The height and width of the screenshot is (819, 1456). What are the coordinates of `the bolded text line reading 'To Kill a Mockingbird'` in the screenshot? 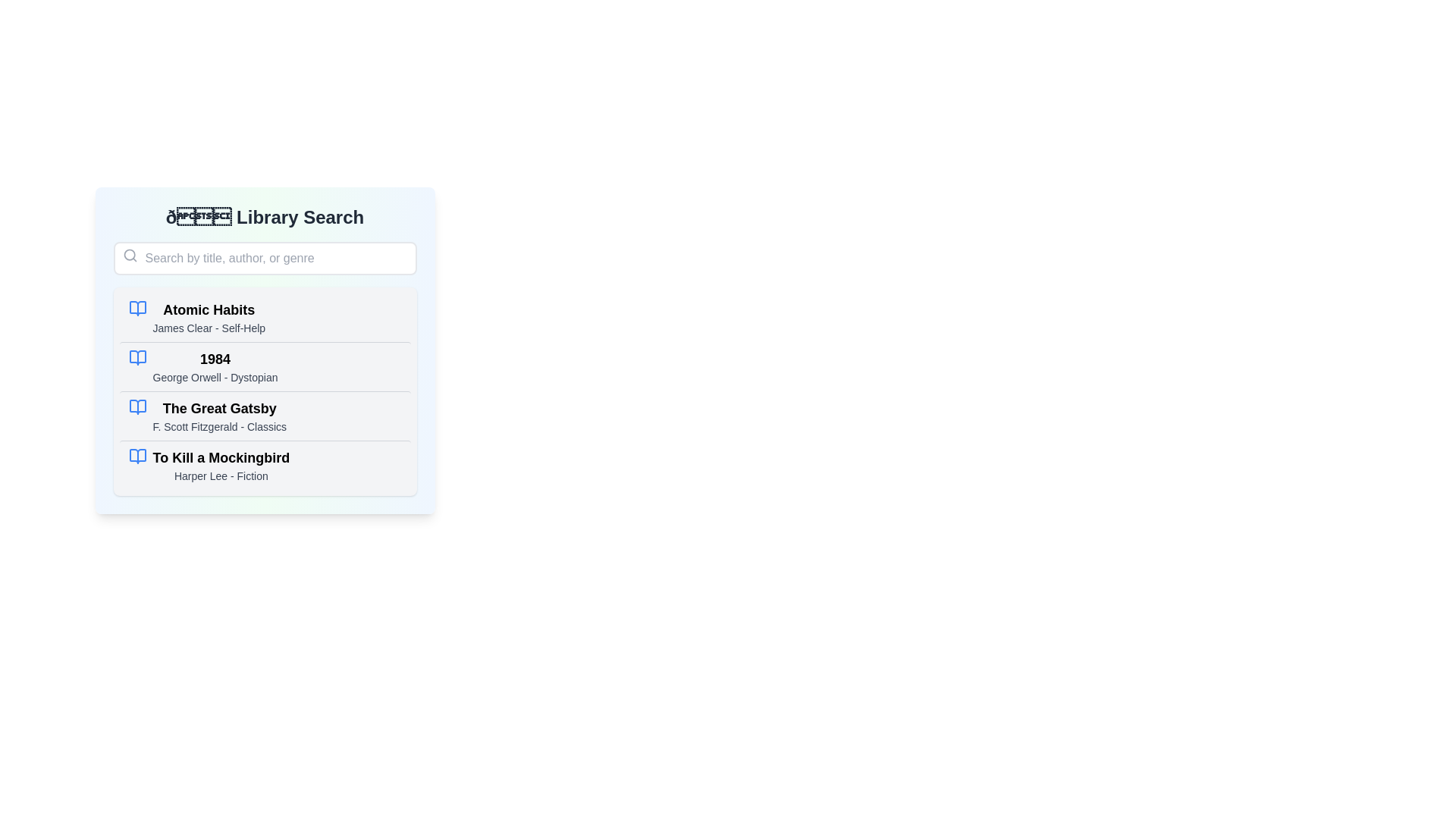 It's located at (220, 457).